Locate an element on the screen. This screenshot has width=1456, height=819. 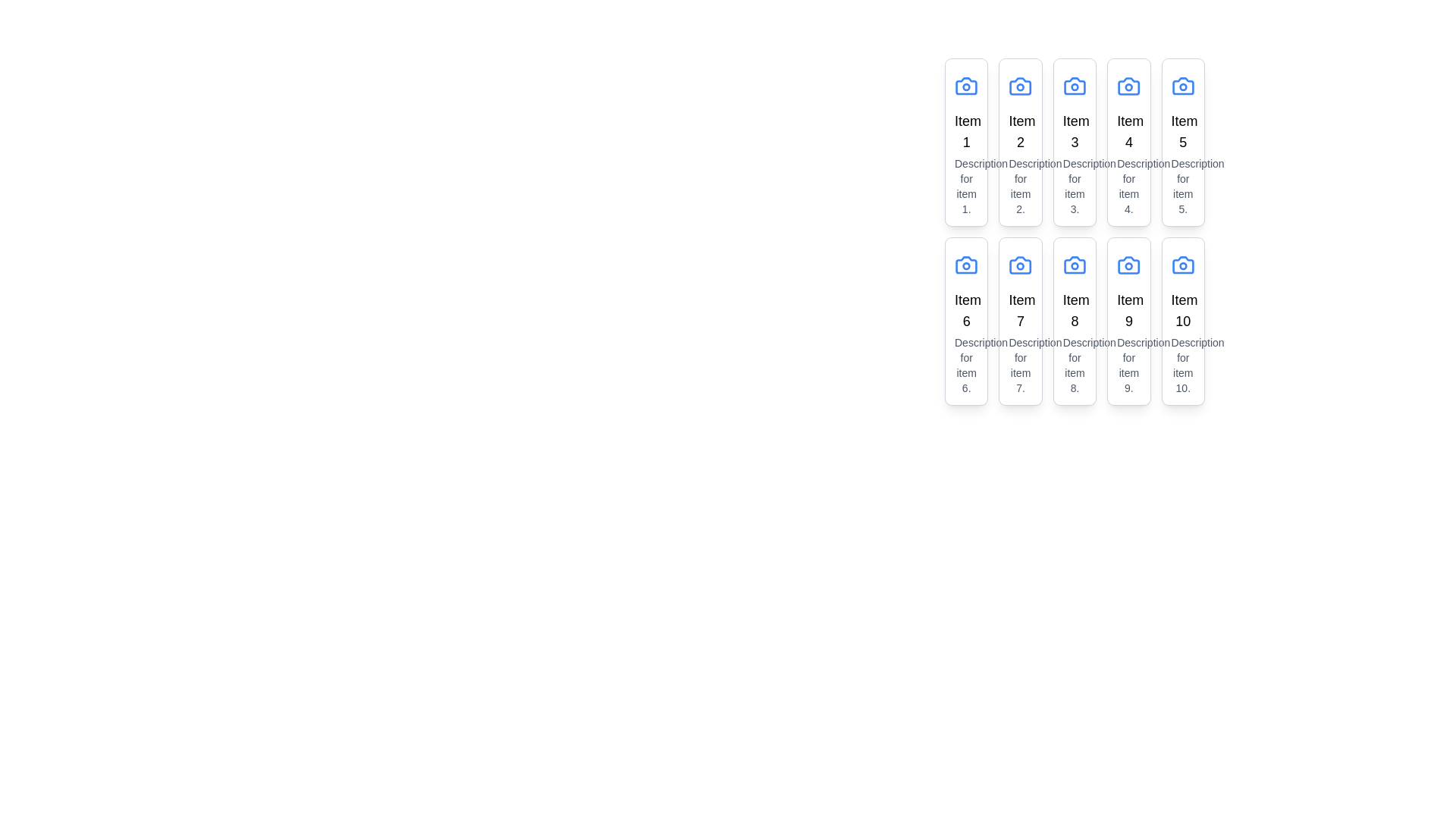
the text label displaying 'Description for item 1.' which is located below the title 'Item 1' in the first card of the grid layout is located at coordinates (965, 186).